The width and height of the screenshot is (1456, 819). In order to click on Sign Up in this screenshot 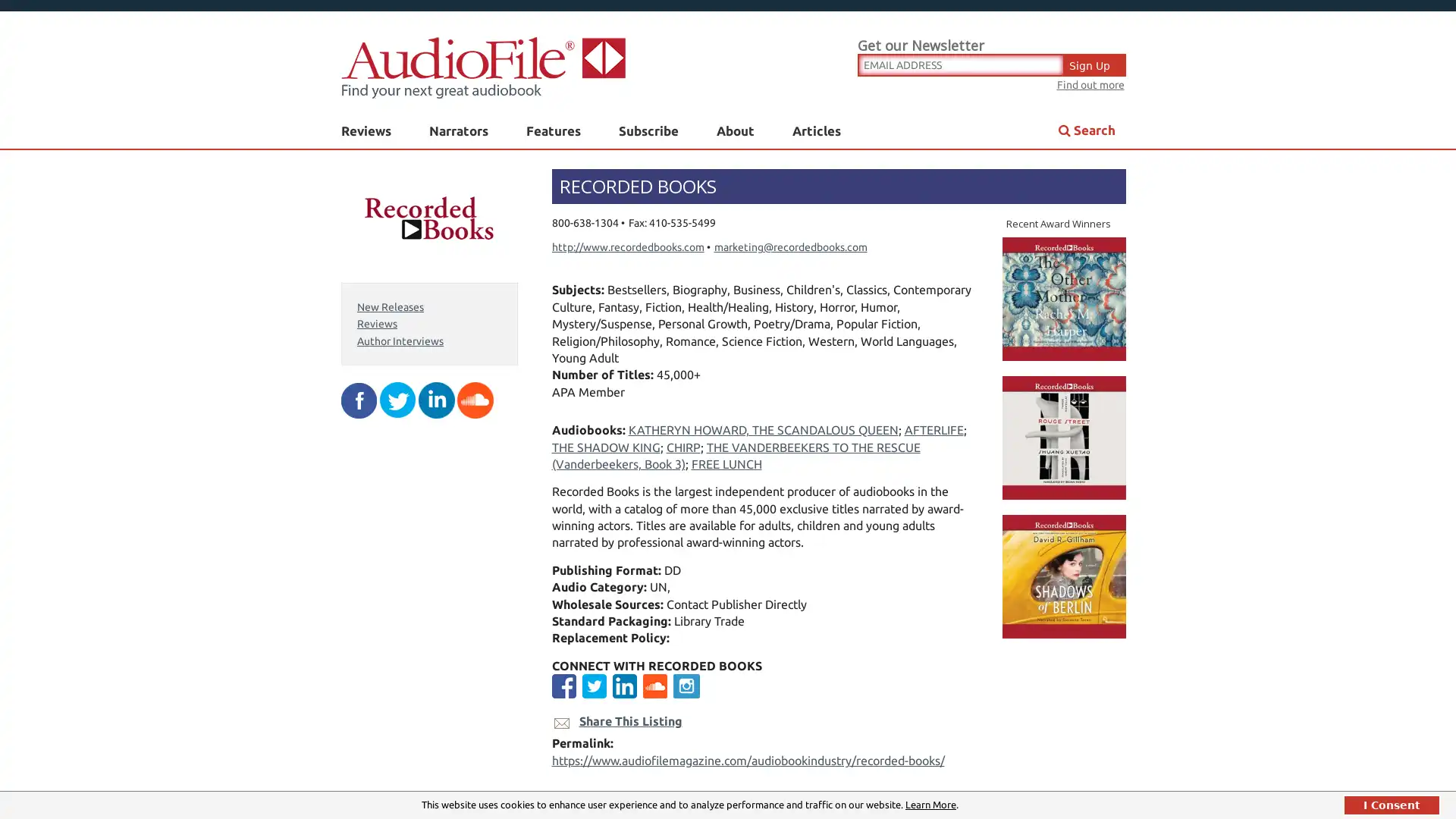, I will do `click(1095, 63)`.